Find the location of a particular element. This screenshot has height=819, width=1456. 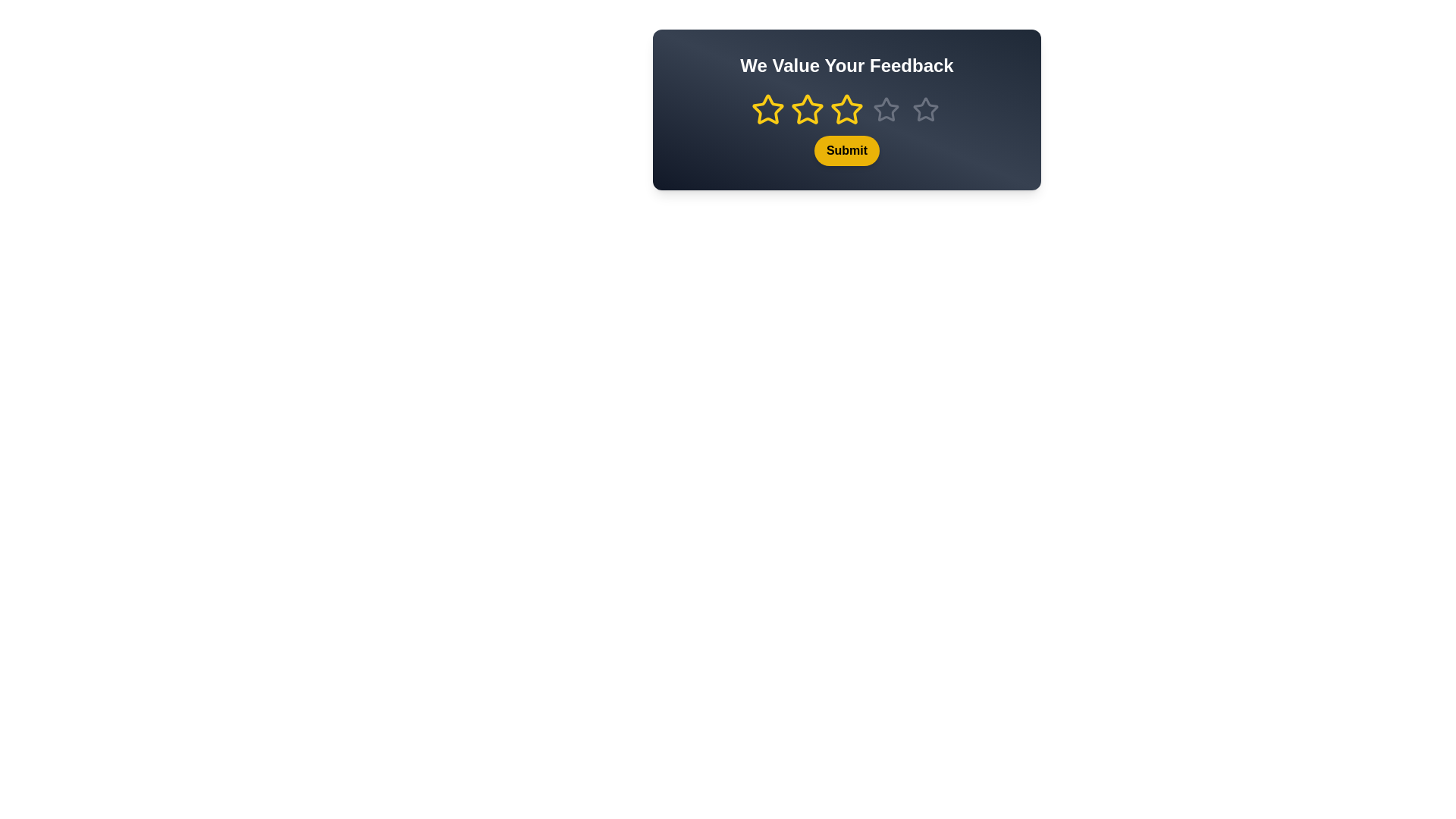

the second star icon in the five-star rating system is located at coordinates (807, 109).